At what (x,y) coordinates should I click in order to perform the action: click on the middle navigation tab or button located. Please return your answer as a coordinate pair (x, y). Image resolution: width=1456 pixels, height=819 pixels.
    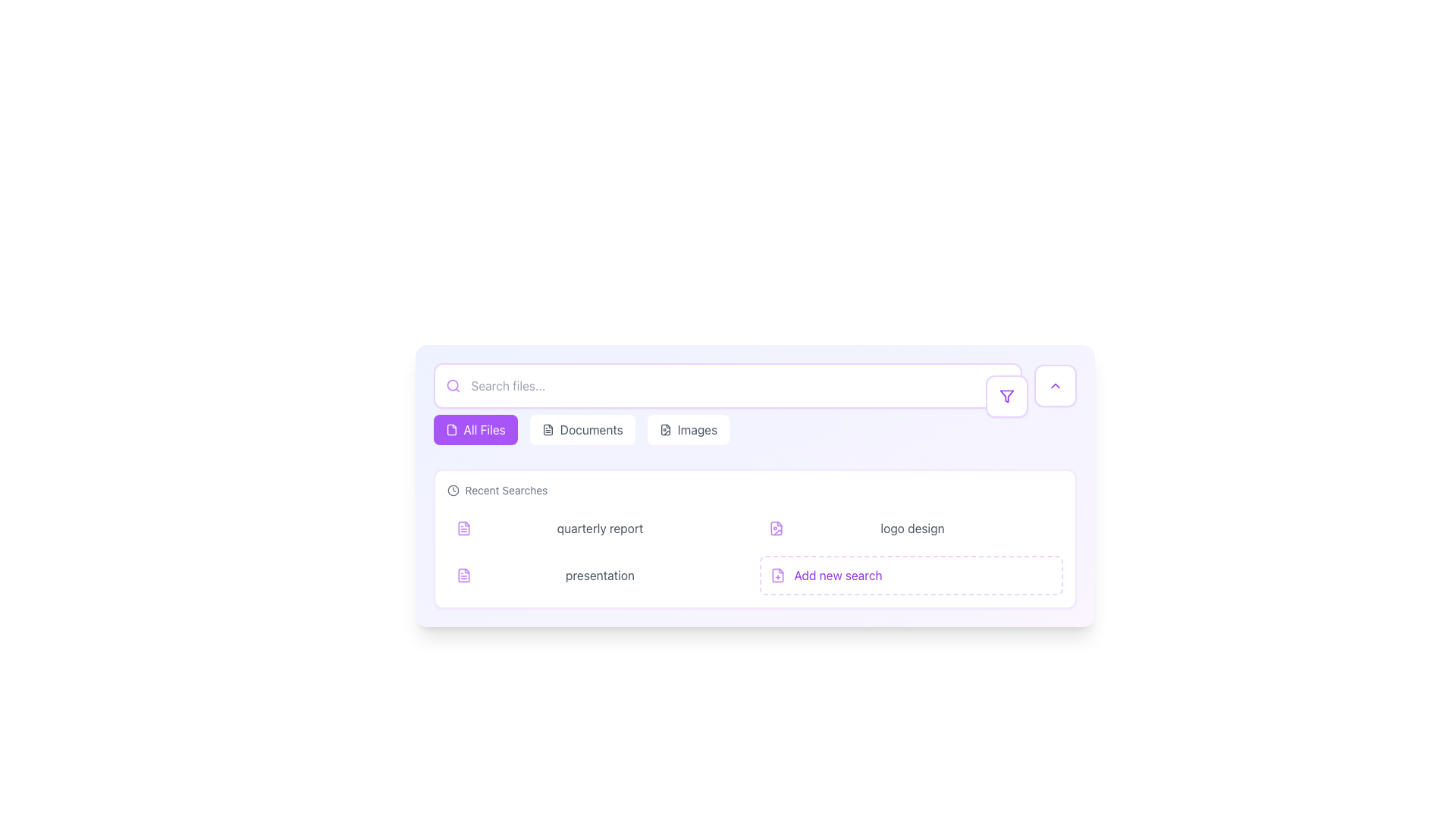
    Looking at the image, I should click on (590, 430).